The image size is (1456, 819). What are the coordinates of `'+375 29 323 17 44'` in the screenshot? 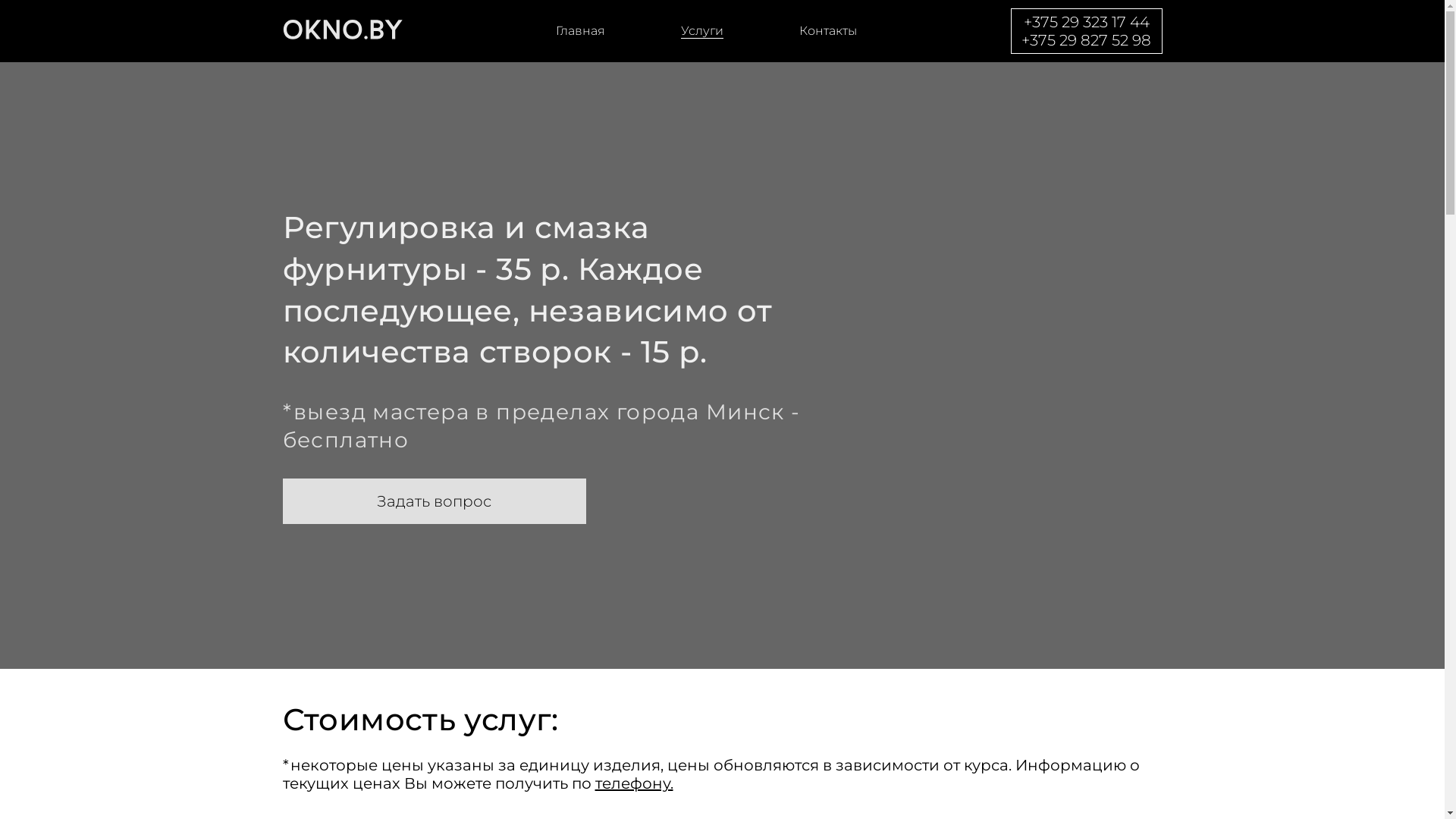 It's located at (1023, 22).